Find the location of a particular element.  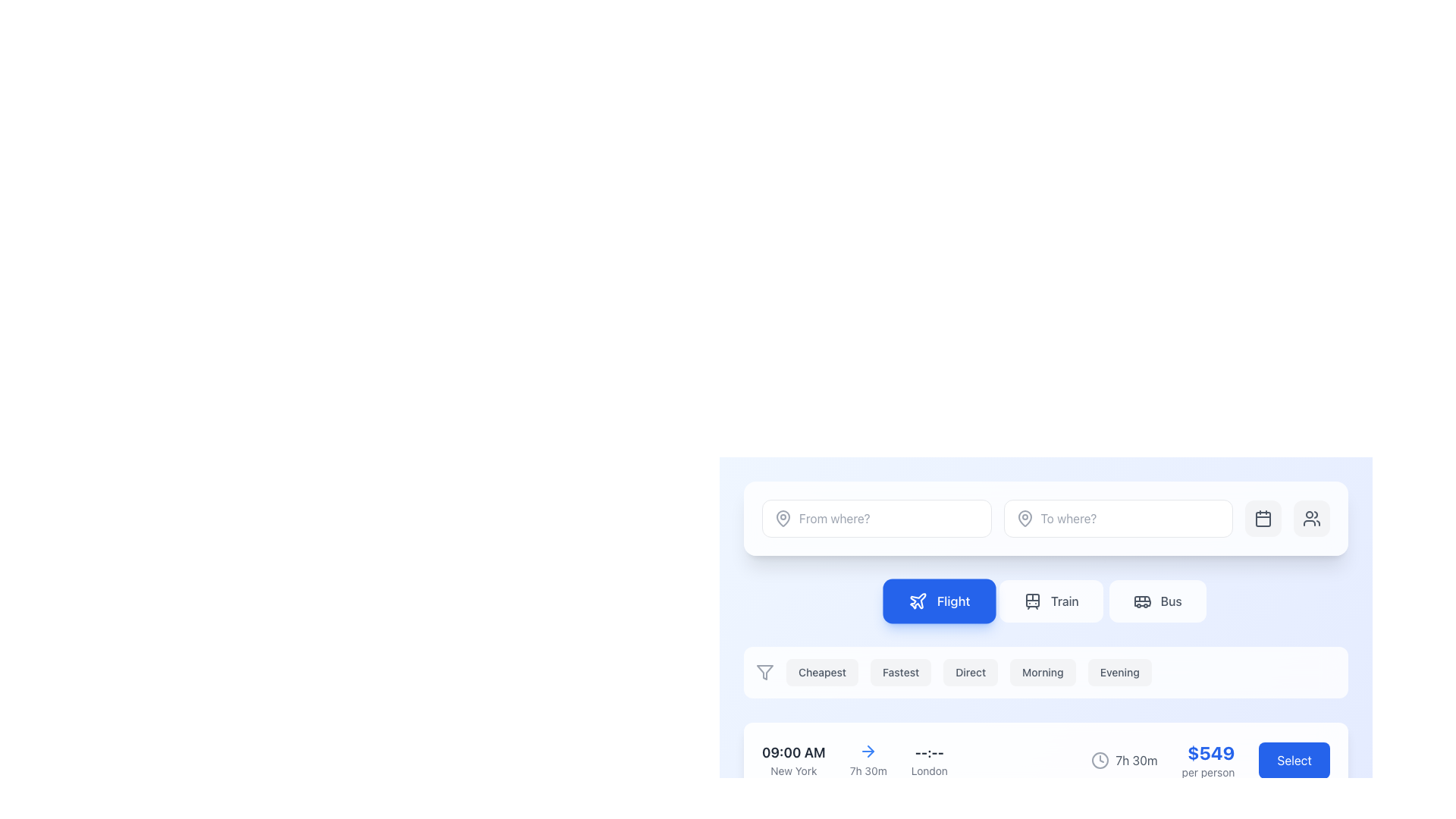

the centrally positioned button is located at coordinates (1045, 607).